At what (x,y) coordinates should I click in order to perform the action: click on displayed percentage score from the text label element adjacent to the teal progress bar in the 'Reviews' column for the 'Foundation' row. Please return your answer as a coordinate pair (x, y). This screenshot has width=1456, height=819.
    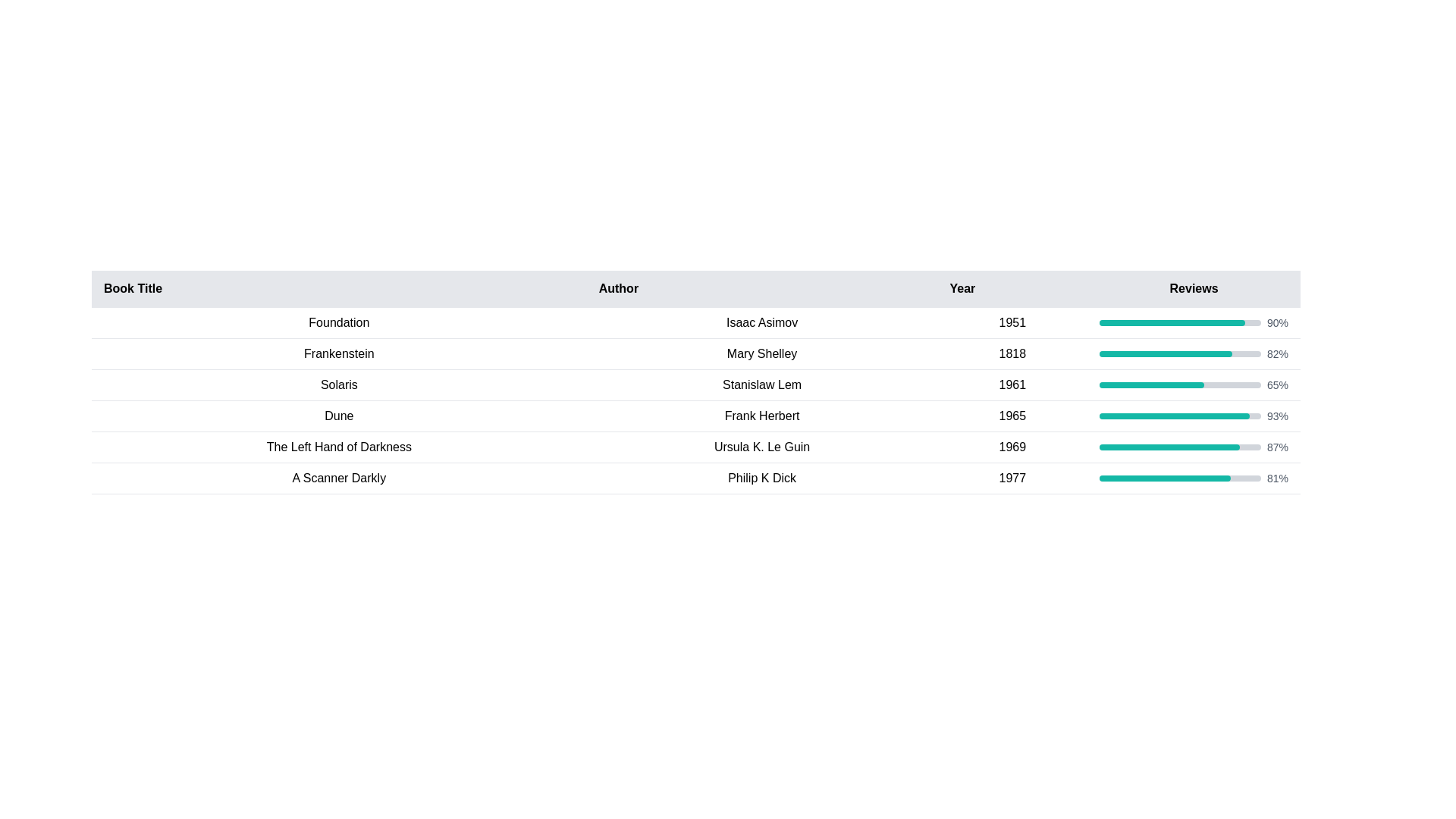
    Looking at the image, I should click on (1276, 322).